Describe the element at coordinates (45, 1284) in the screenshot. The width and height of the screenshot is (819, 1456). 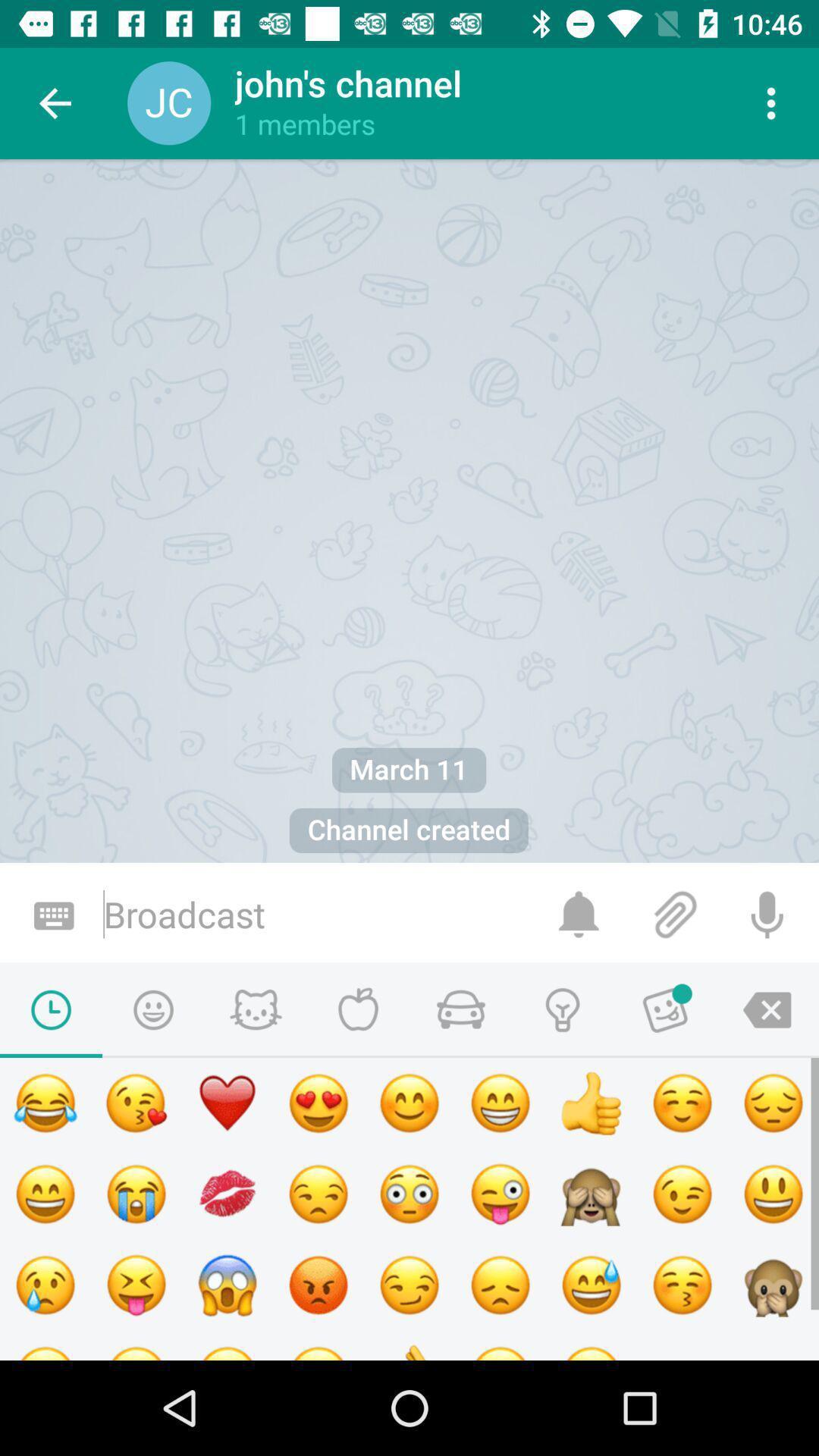
I see `the emoji icon` at that location.